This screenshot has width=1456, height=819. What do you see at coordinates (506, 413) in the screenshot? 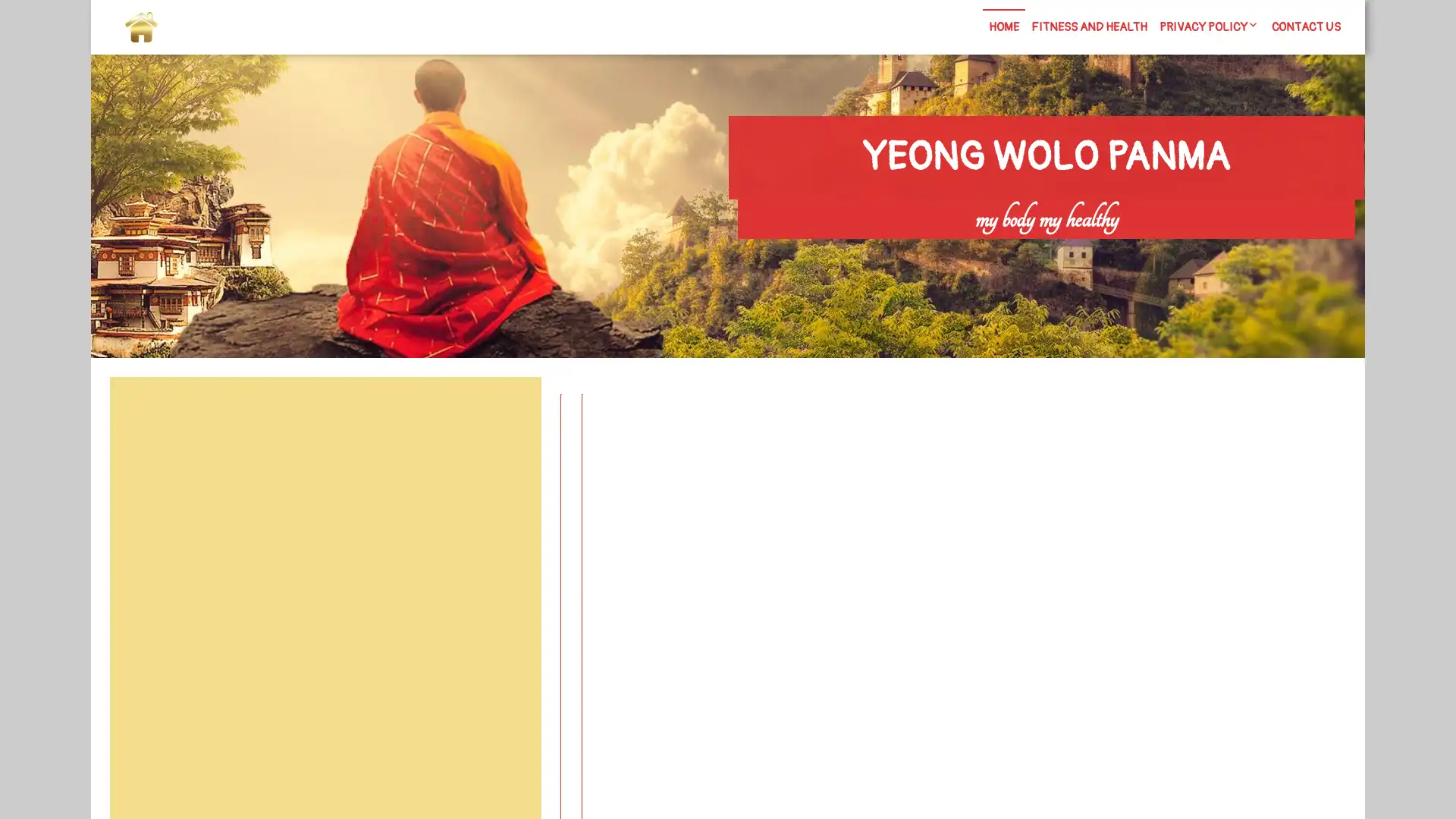
I see `Search` at bounding box center [506, 413].